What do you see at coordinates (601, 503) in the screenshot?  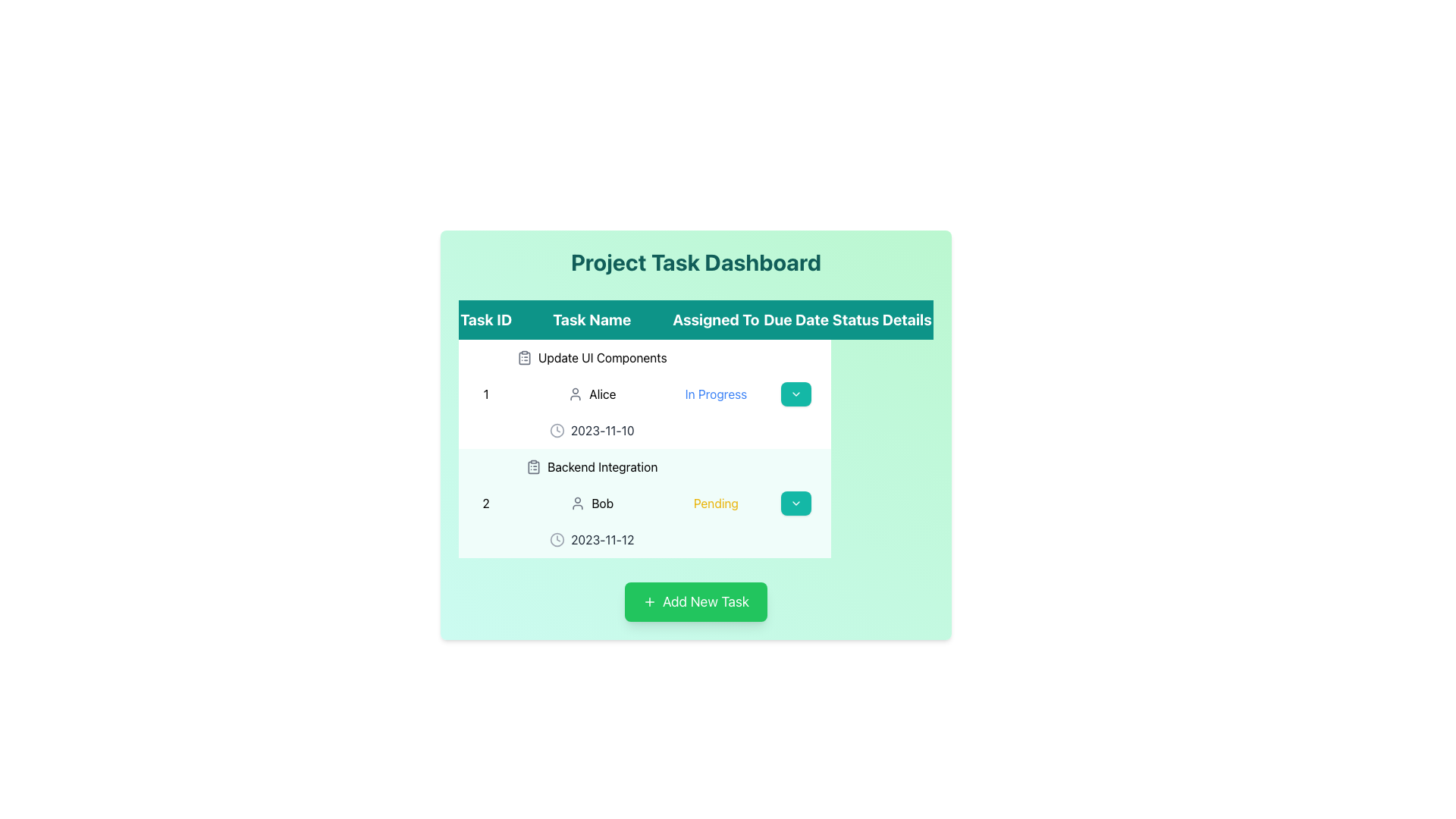 I see `the text label displaying 'Bob' in the 'Assigned To' column of the 'Backend Integration' task entry, which is styled in bold and dark font and located to the right of a user icon` at bounding box center [601, 503].